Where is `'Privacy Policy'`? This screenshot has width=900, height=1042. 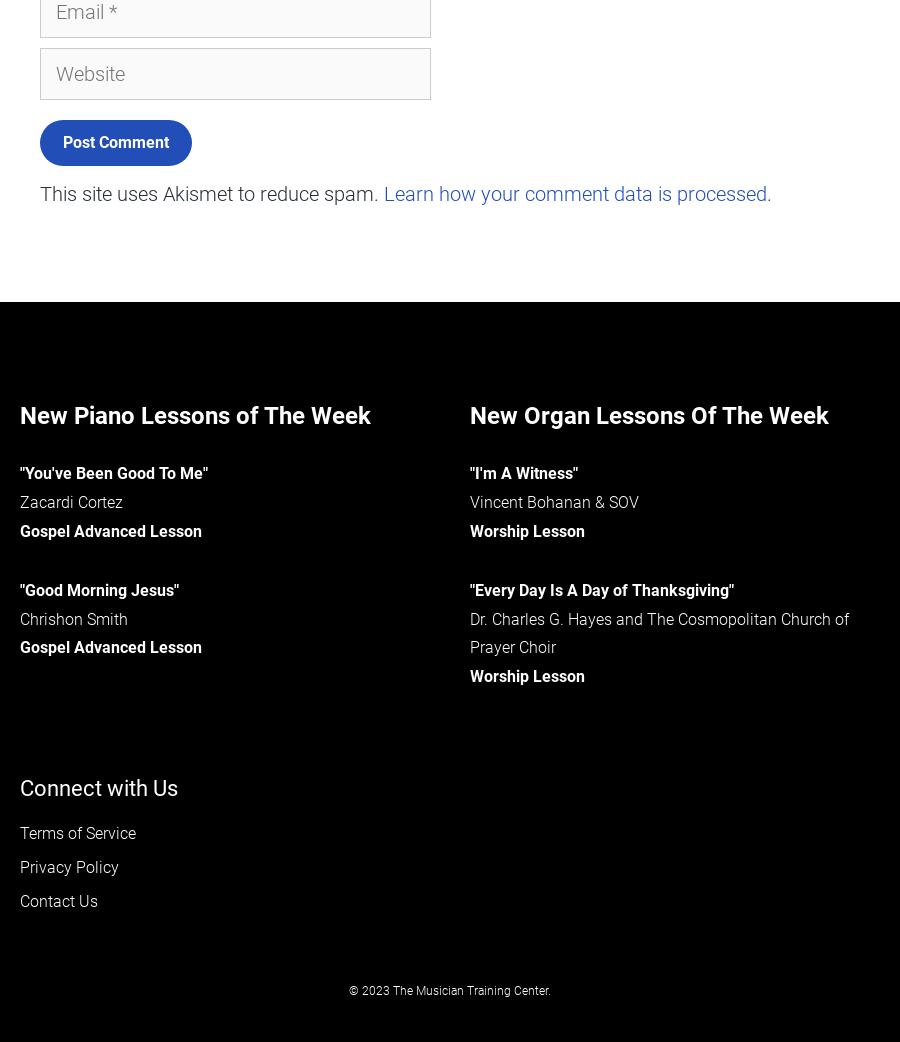
'Privacy Policy' is located at coordinates (68, 866).